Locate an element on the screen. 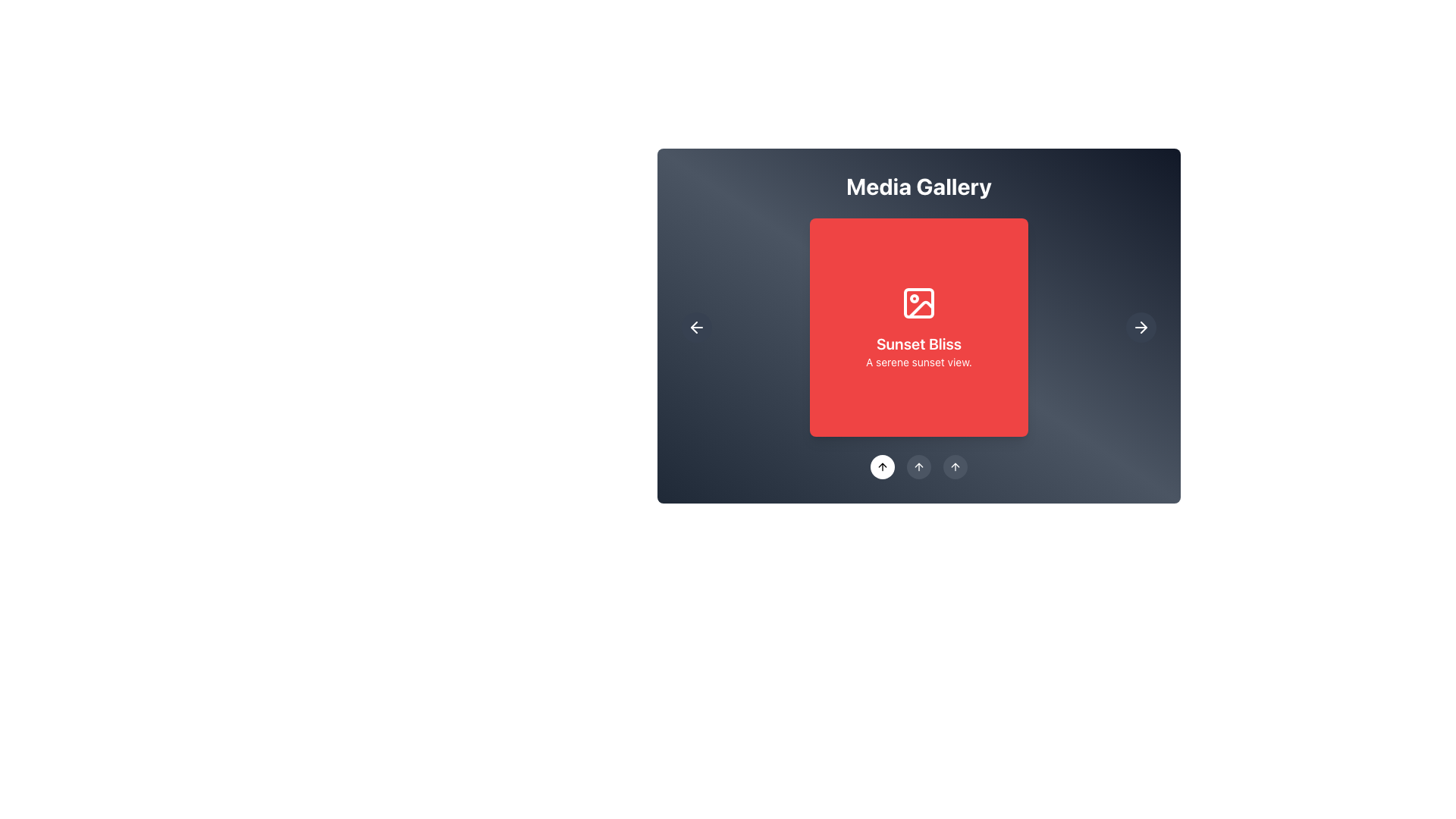  the upward-pointing arrow icon within the circular button located below the central card interface is located at coordinates (954, 466).